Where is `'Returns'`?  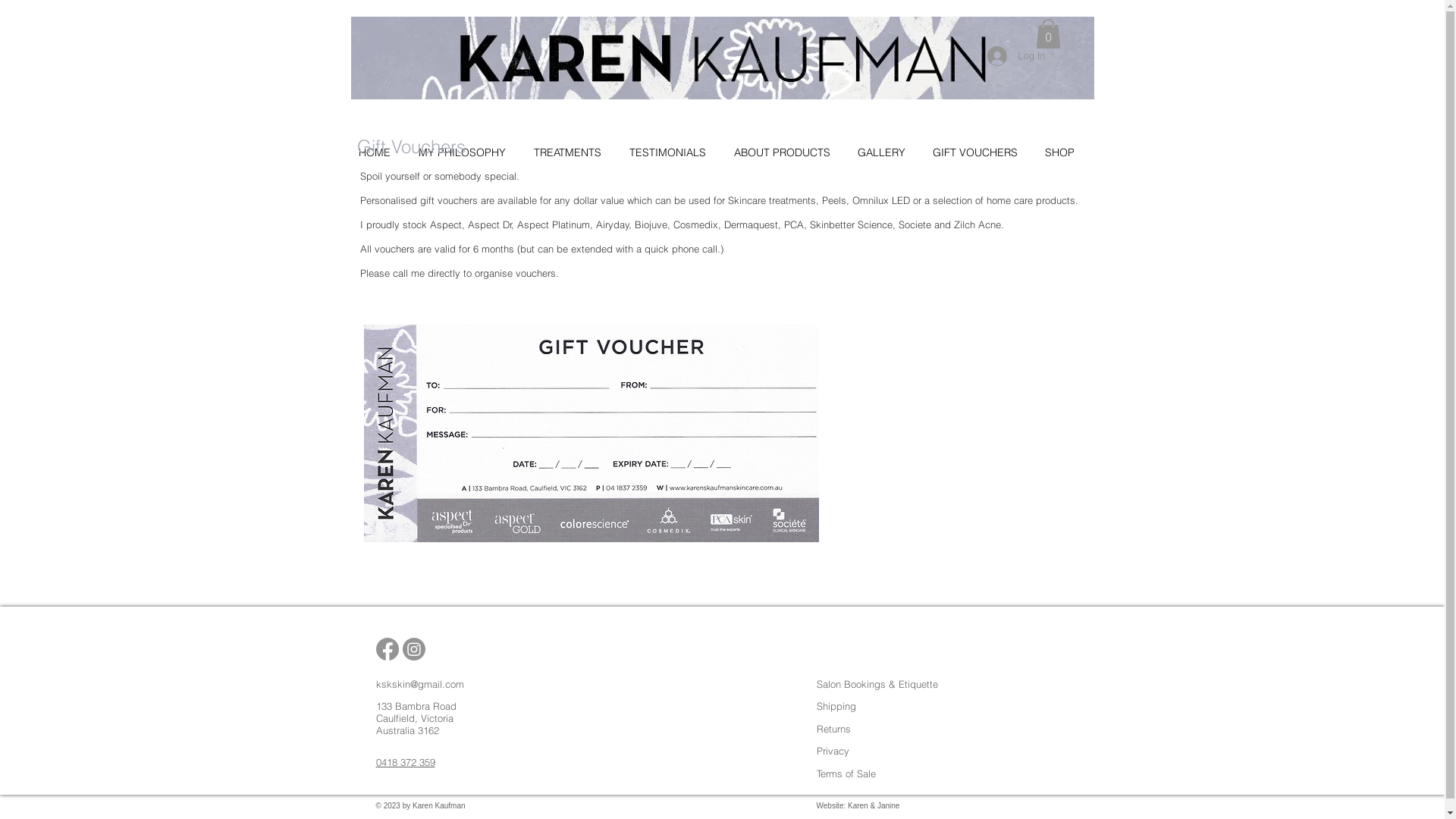 'Returns' is located at coordinates (832, 727).